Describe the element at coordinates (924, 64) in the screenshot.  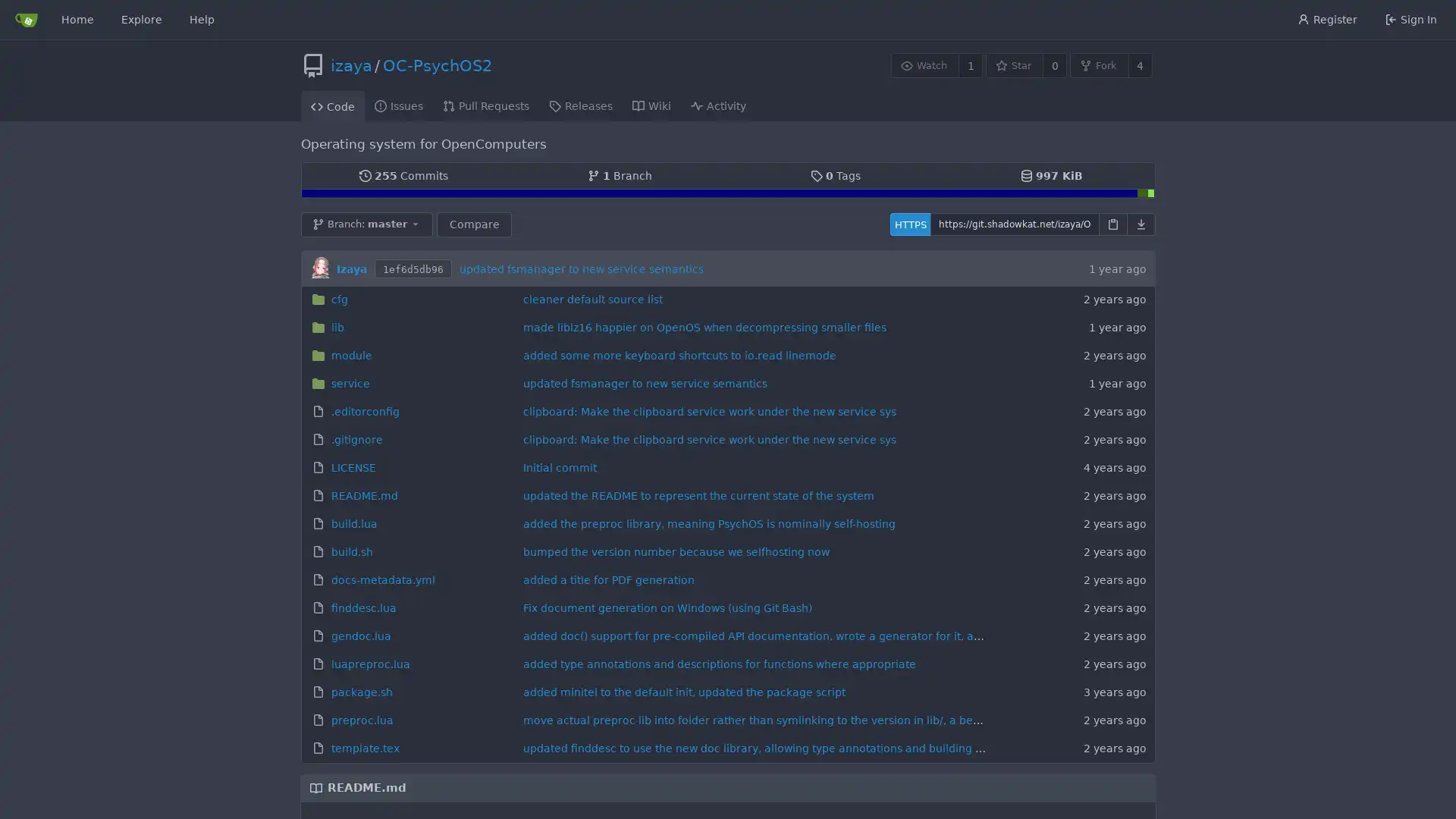
I see `Watch` at that location.